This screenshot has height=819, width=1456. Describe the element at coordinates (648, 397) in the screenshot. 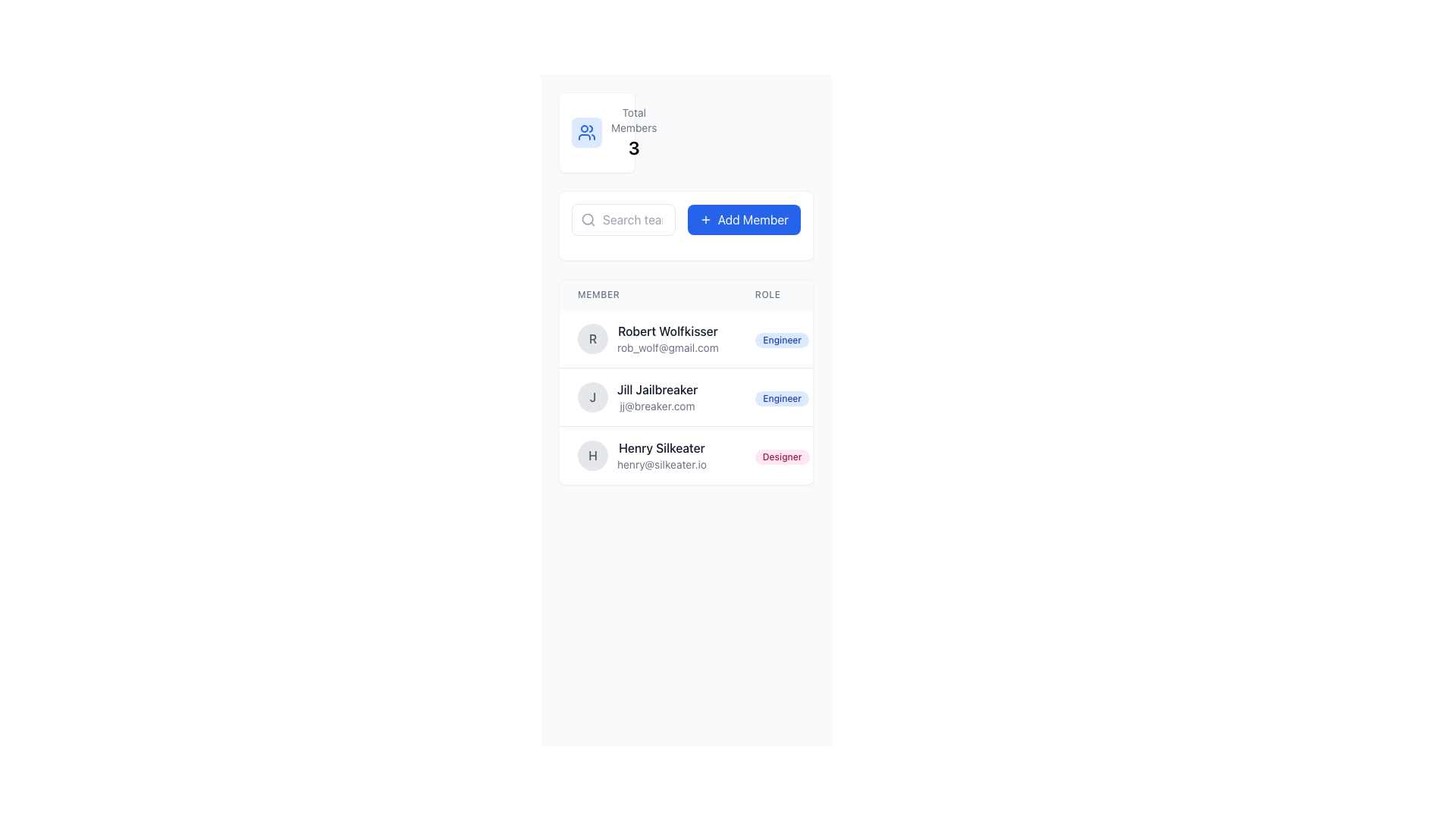

I see `the user display card for 'Jill Jailbreaker', which includes the avatar with 'J' and displays the email 'jj@breaker.com'. This card is the second in the members list below 'Robert Wolfkisser'` at that location.